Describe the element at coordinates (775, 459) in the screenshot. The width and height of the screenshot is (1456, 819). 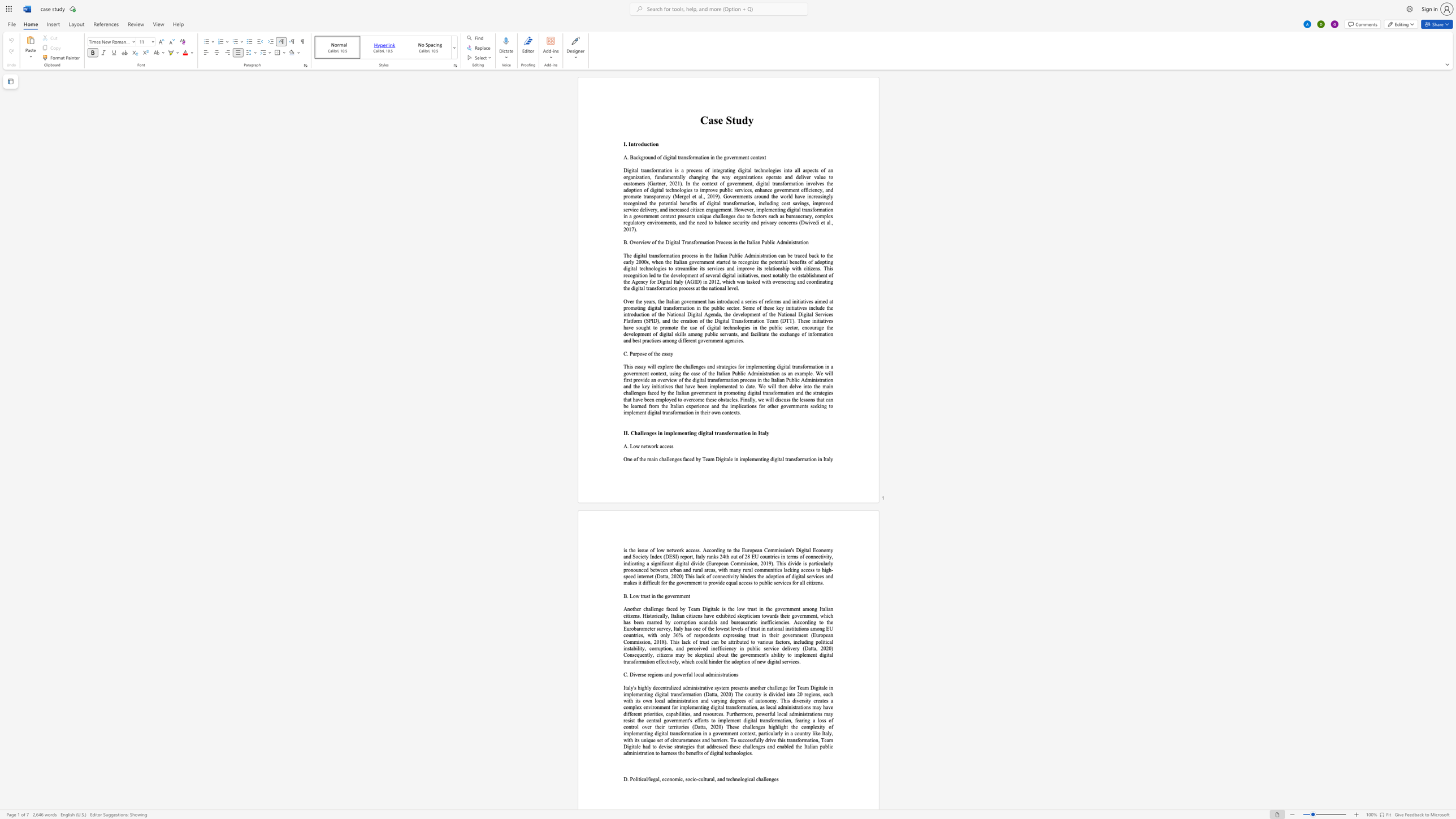
I see `the 4th character "g" in the text` at that location.